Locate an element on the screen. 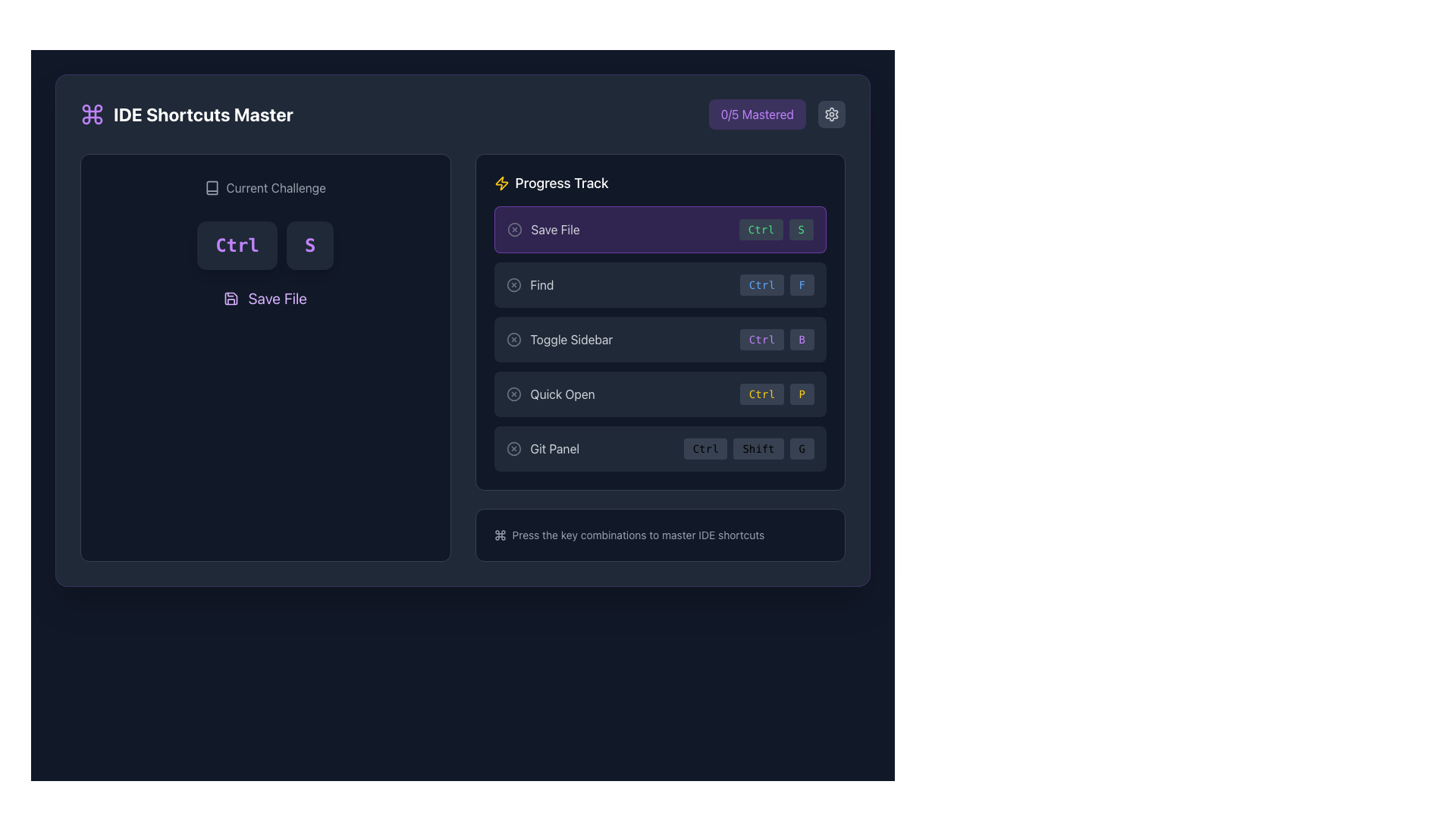 This screenshot has width=1456, height=819. the 'Git Panel' list item in the interactive menu is located at coordinates (660, 447).